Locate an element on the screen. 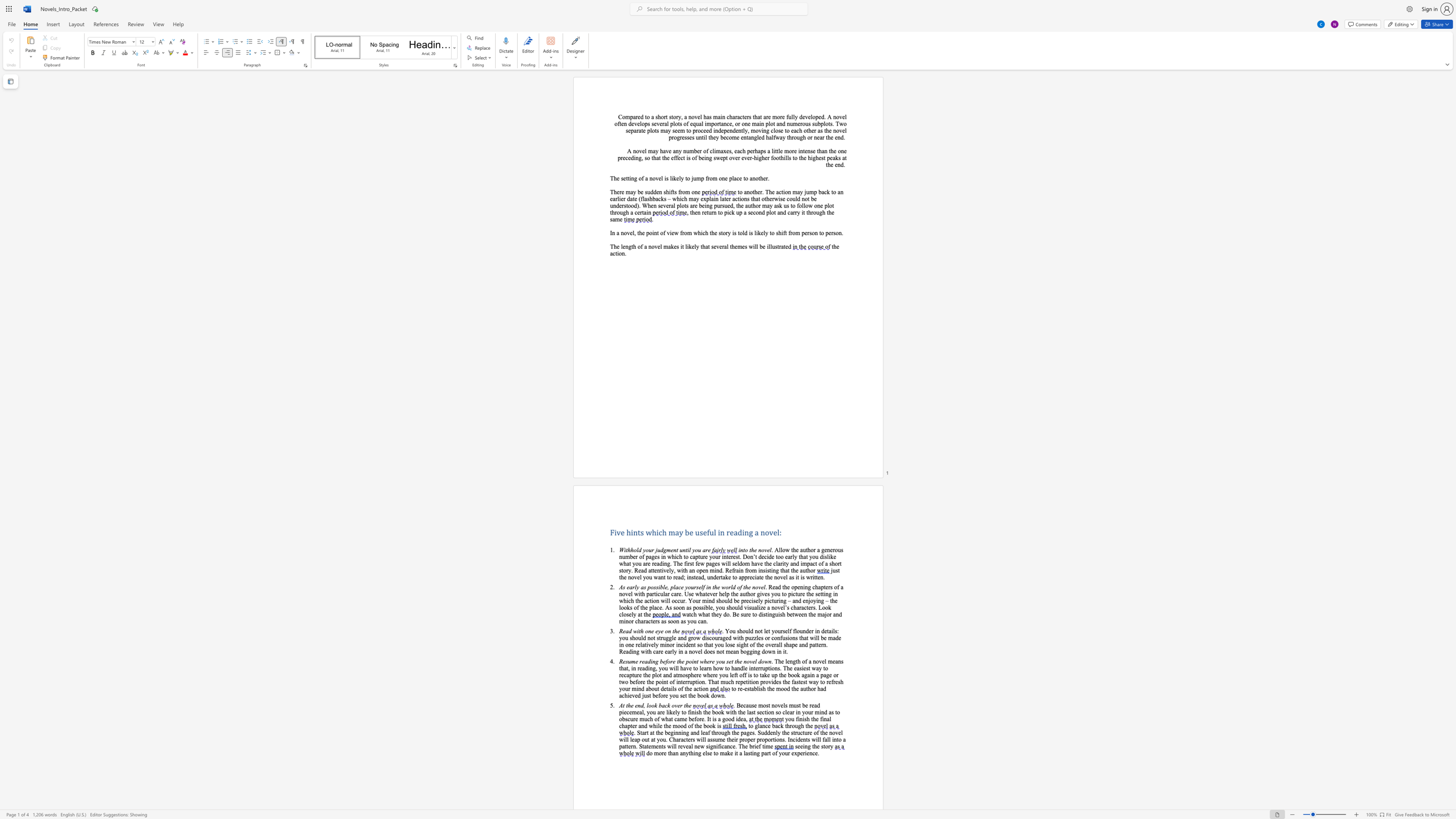 The width and height of the screenshot is (1456, 819). the subset text "you" within the text "Withhold your judgment until you are" is located at coordinates (692, 549).